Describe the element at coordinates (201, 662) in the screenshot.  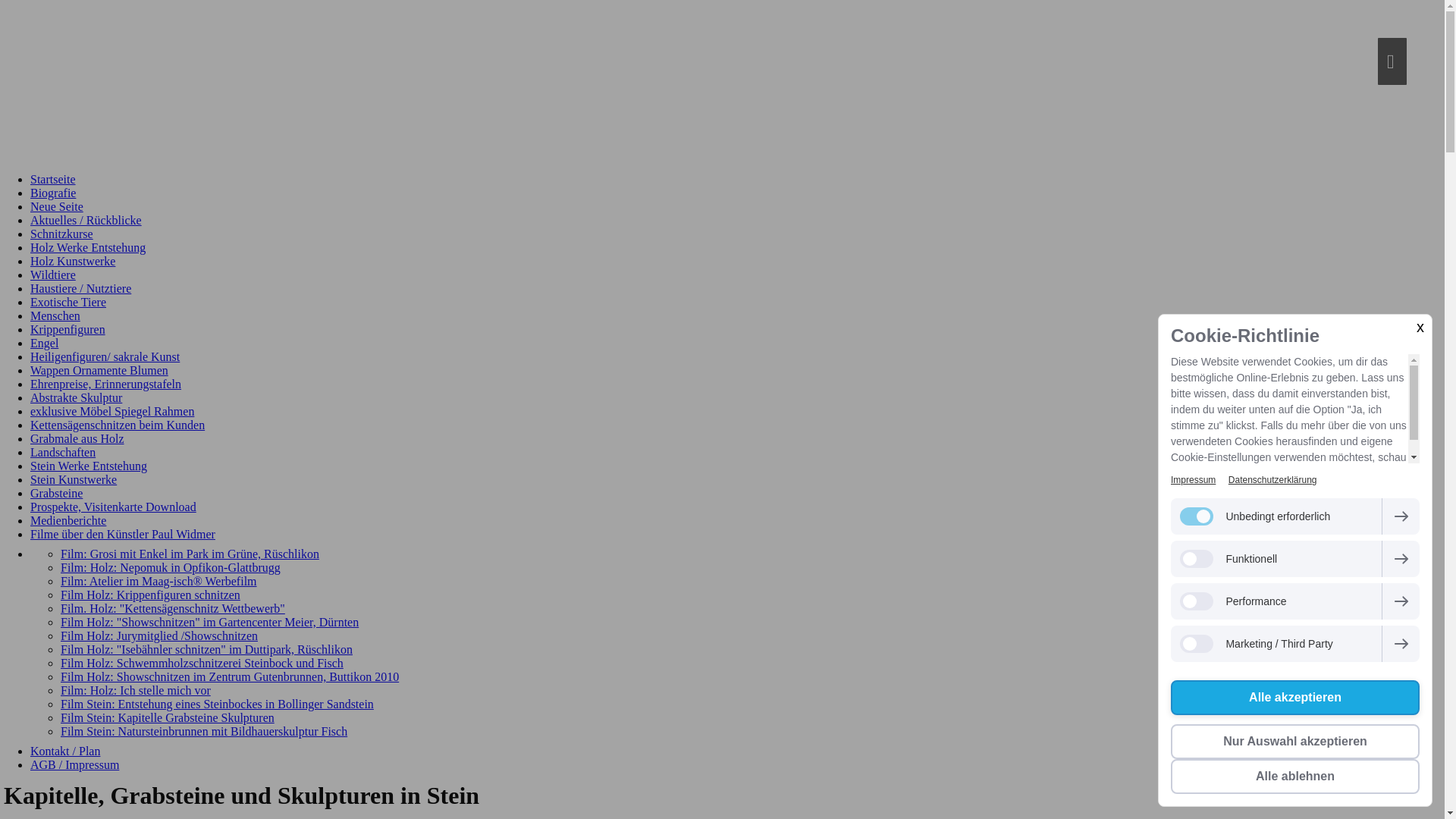
I see `'Film Holz: Schwemmholzschnitzerei Steinbock und Fisch'` at that location.